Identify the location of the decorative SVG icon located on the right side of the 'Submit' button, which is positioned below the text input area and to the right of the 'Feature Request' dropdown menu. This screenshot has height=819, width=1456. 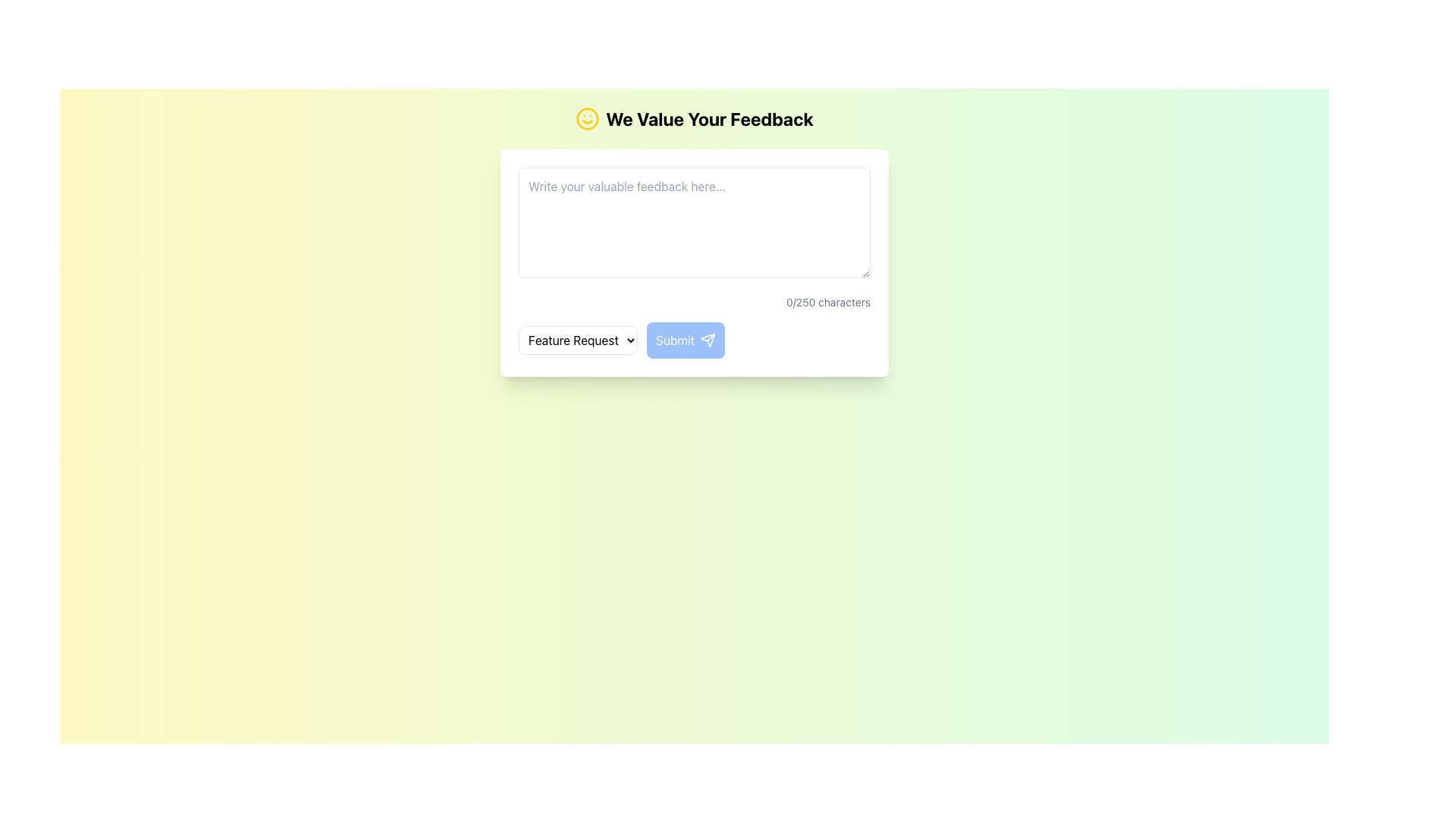
(708, 339).